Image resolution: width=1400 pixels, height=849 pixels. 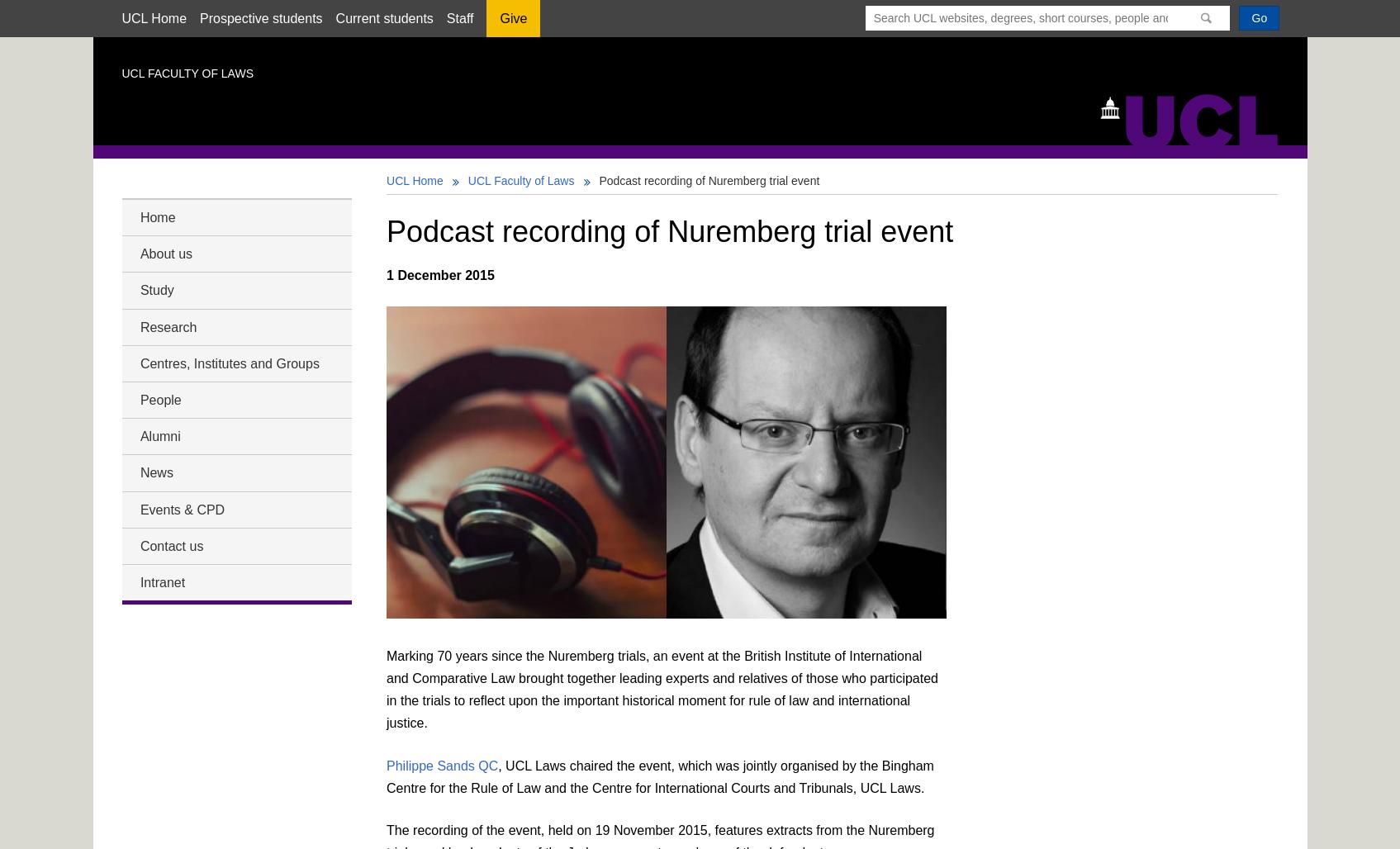 I want to click on 'Study', so click(x=156, y=289).